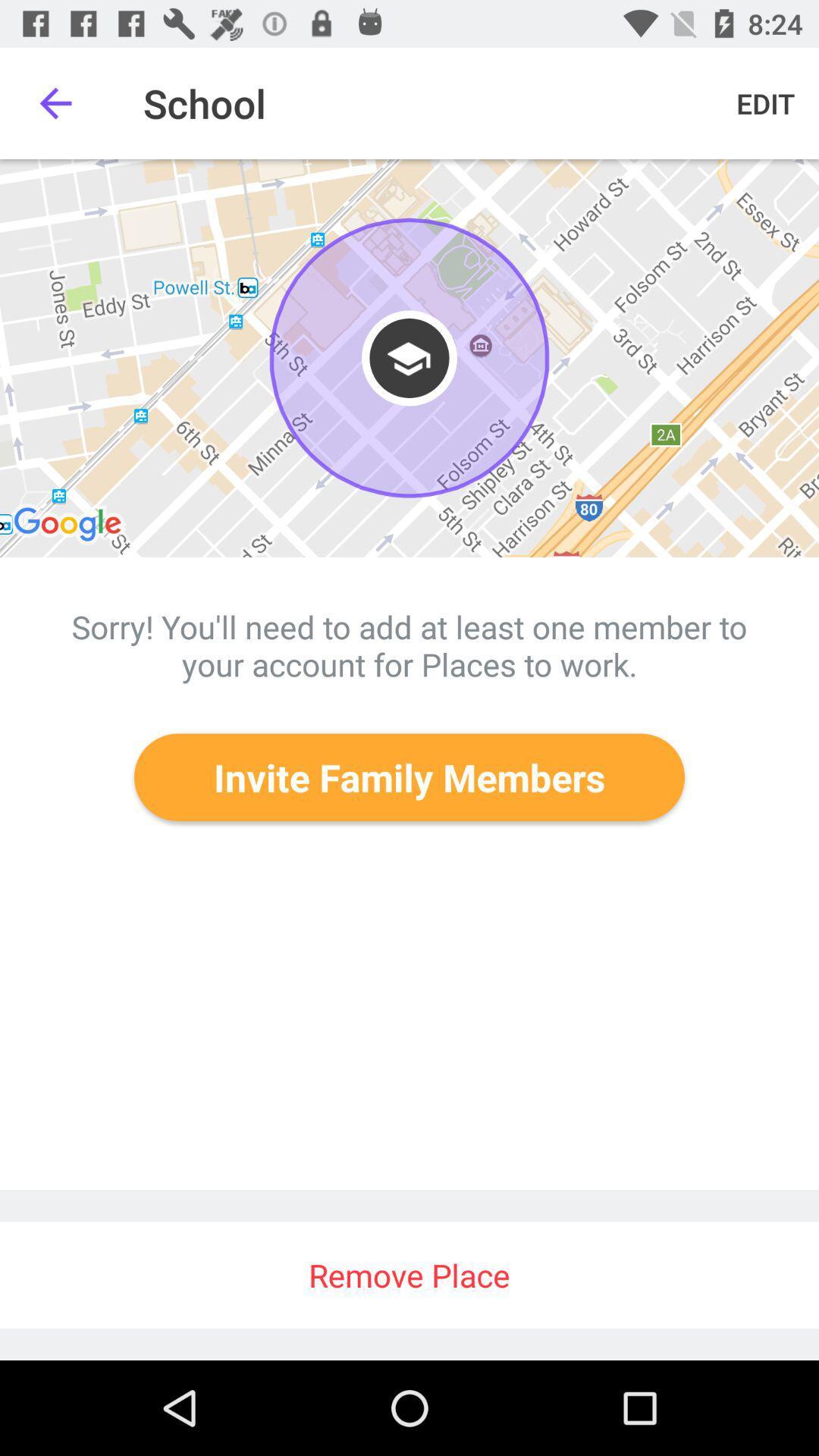 Image resolution: width=819 pixels, height=1456 pixels. What do you see at coordinates (409, 777) in the screenshot?
I see `item below sorry you ll icon` at bounding box center [409, 777].